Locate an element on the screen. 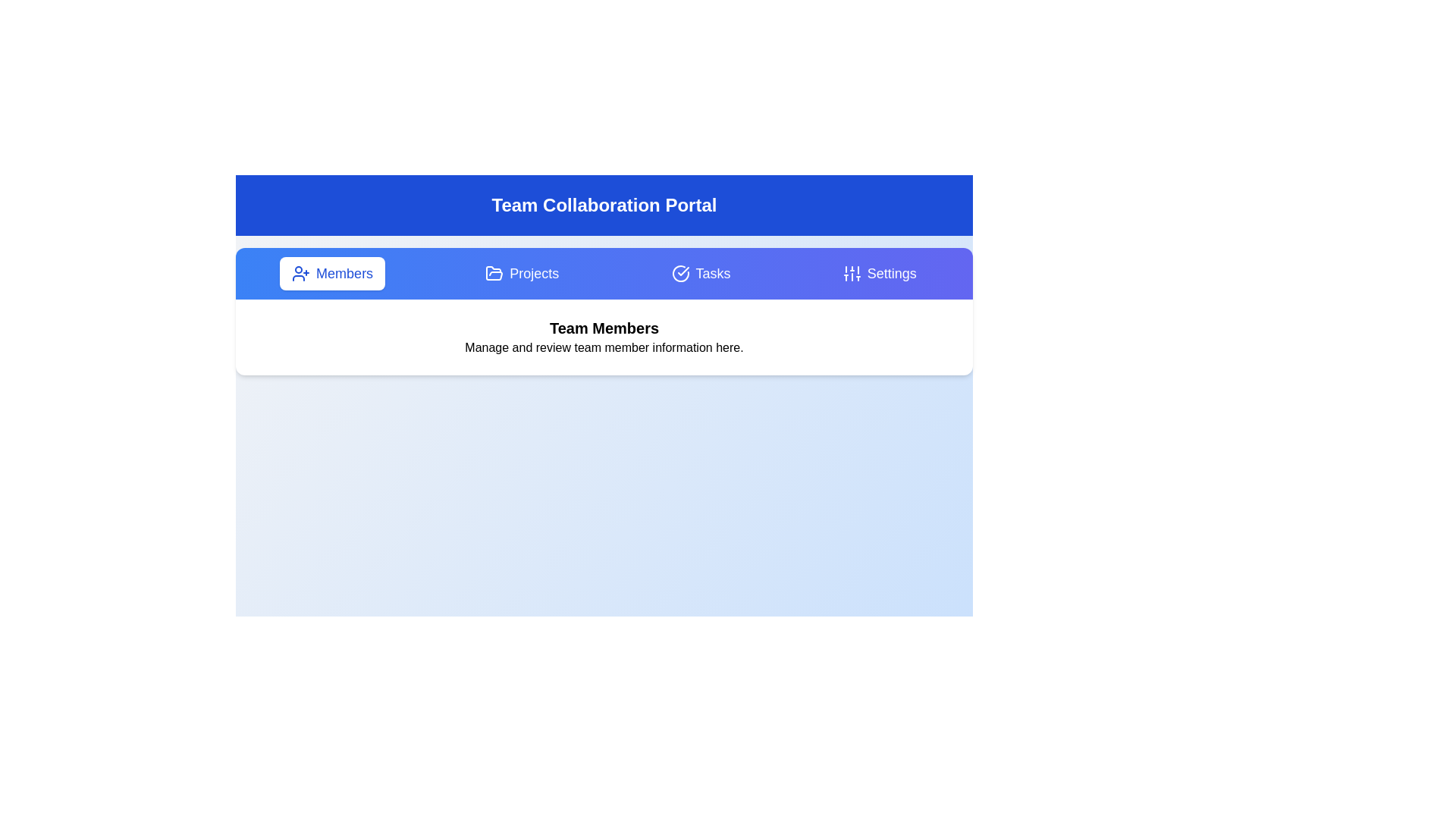 The width and height of the screenshot is (1456, 819). one of the menu items in the Navigation Bar located below the title 'Team Collaboration Portal' is located at coordinates (603, 274).